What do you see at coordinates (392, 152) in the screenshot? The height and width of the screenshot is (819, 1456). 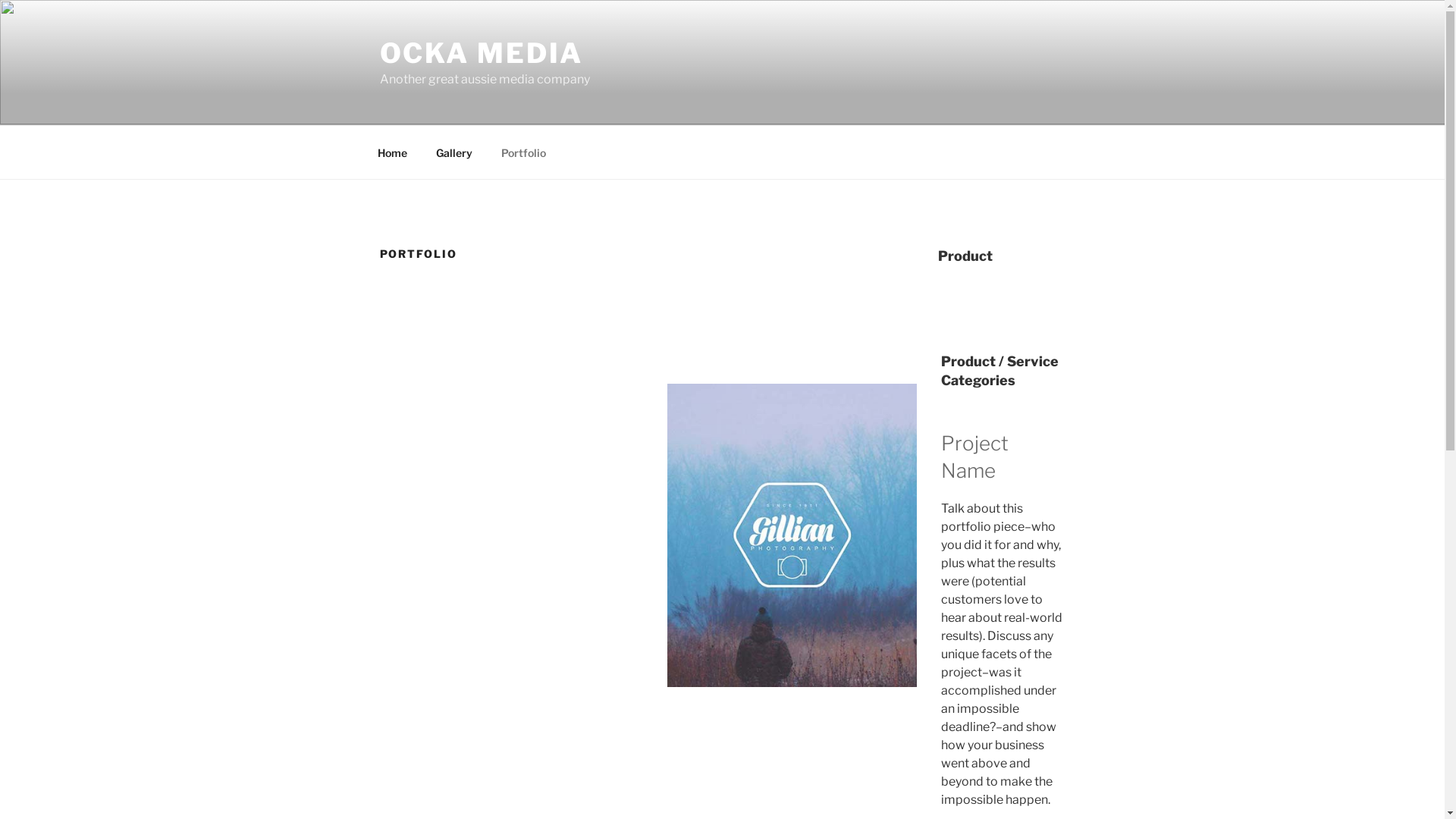 I see `'Home'` at bounding box center [392, 152].